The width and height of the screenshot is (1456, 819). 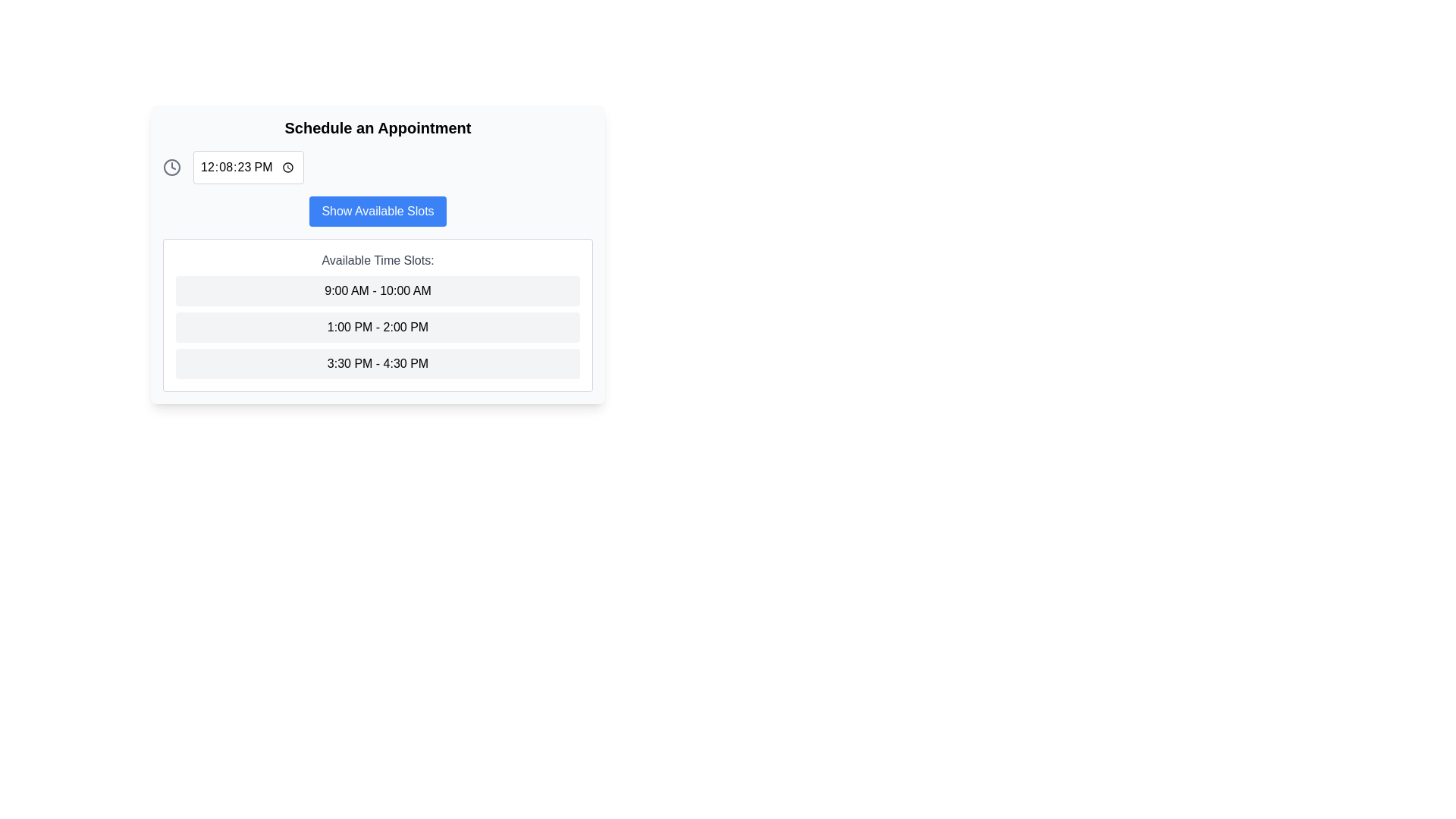 What do you see at coordinates (378, 211) in the screenshot?
I see `the blue button with rounded corners labeled 'Show Available Slots'` at bounding box center [378, 211].